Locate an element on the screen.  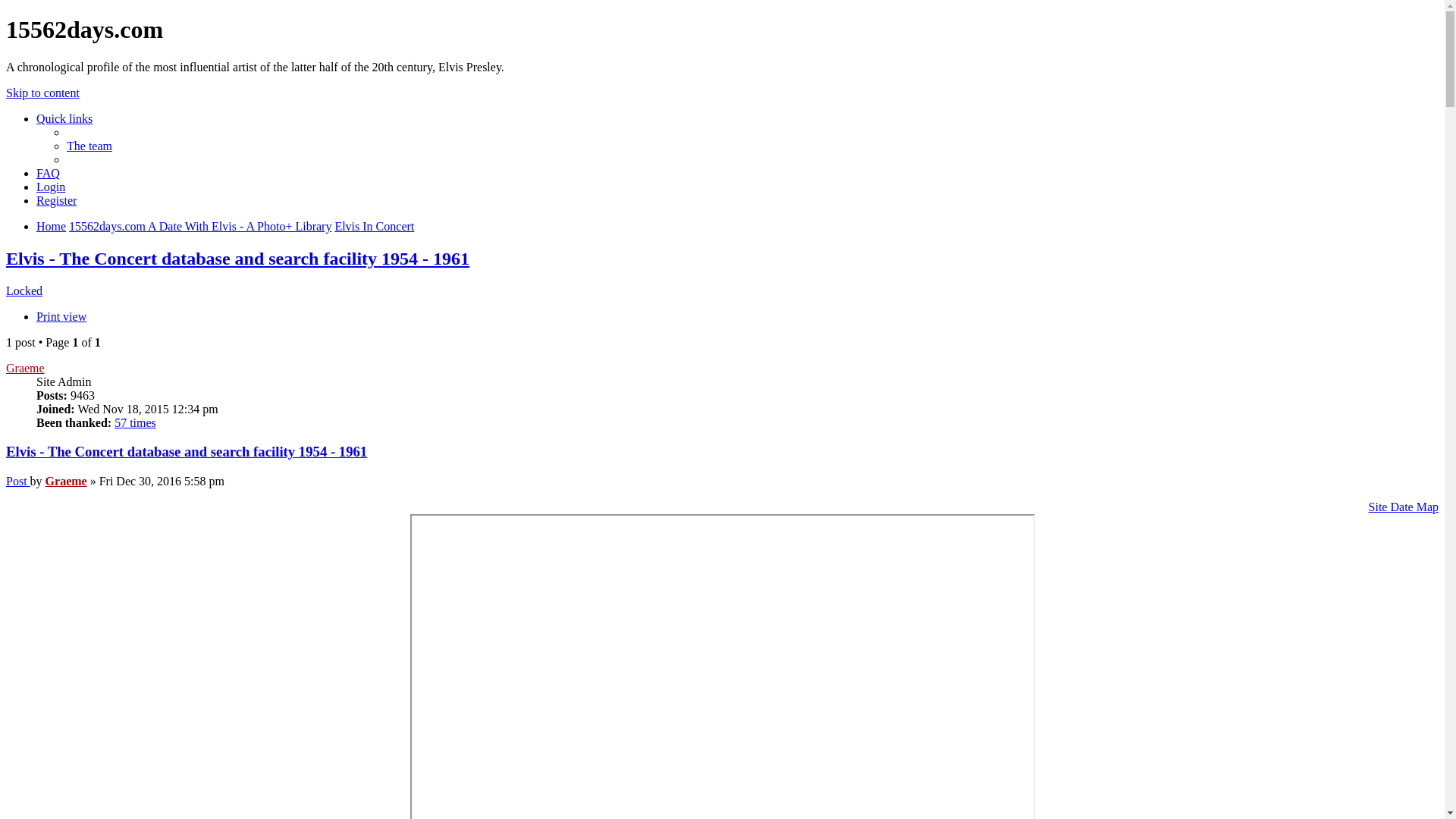
'Elvis In Concert' is located at coordinates (334, 226).